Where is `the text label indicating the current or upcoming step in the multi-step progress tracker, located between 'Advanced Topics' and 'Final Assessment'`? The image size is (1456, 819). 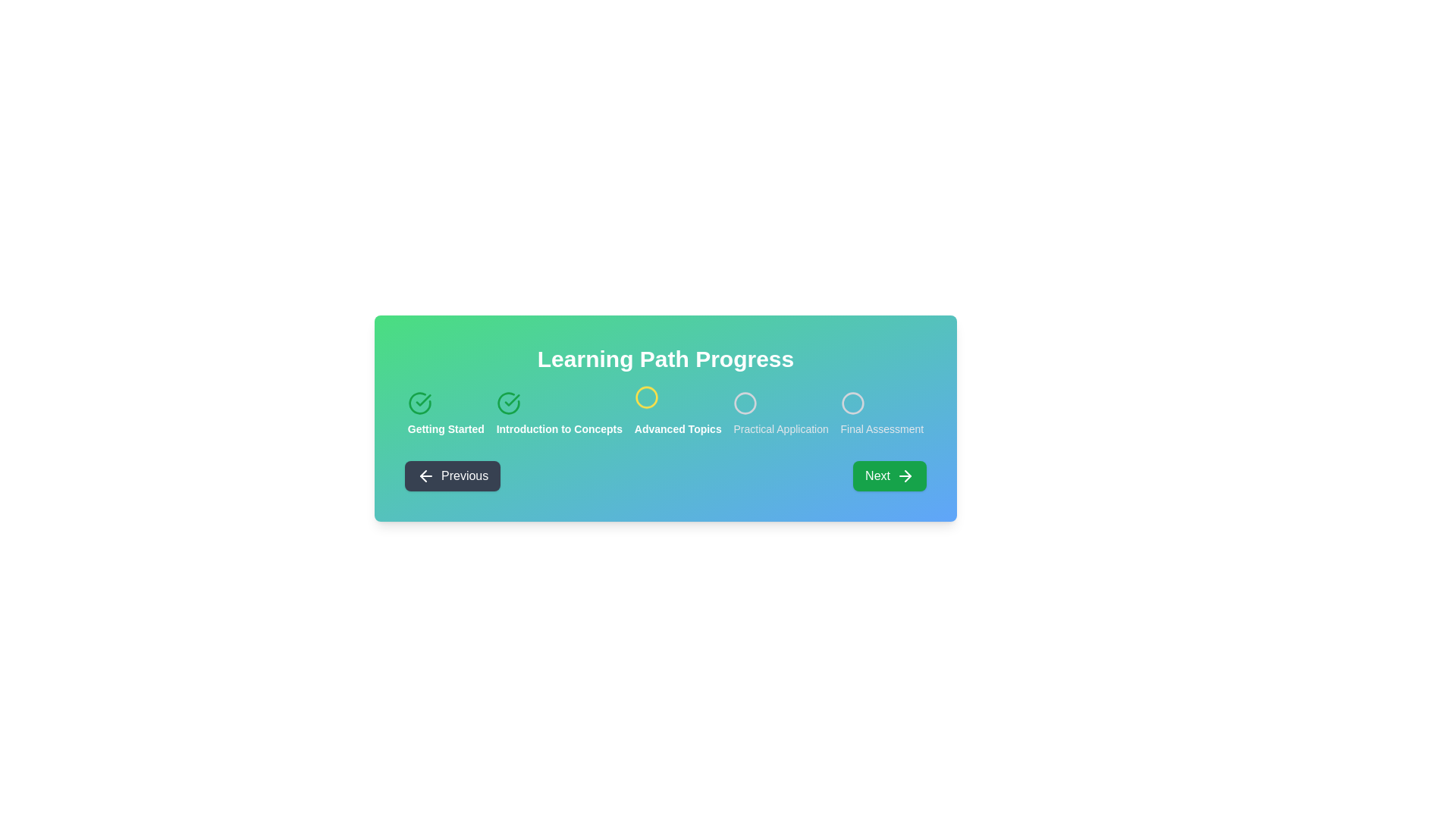
the text label indicating the current or upcoming step in the multi-step progress tracker, located between 'Advanced Topics' and 'Final Assessment' is located at coordinates (781, 429).